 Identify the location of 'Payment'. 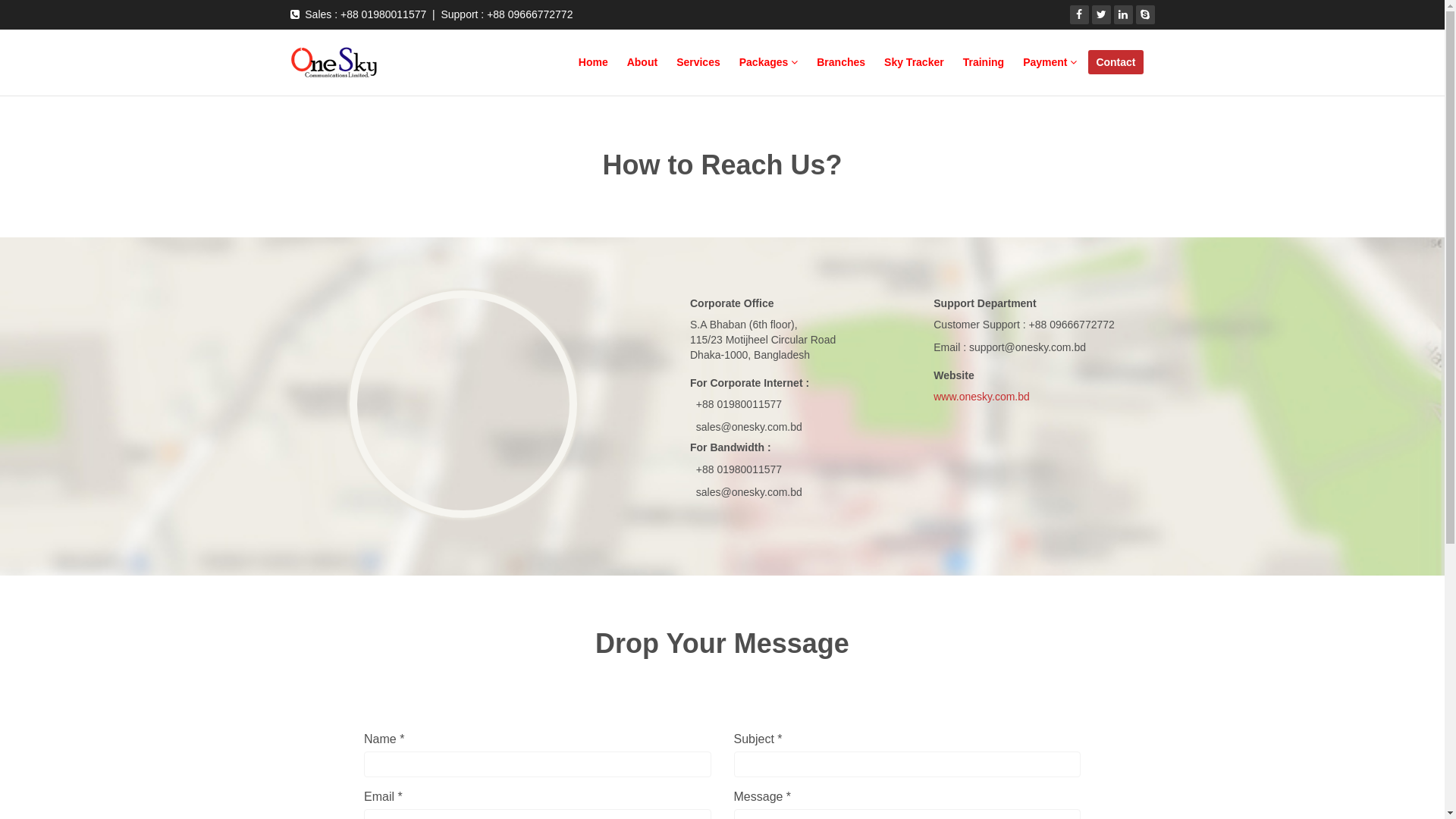
(1015, 61).